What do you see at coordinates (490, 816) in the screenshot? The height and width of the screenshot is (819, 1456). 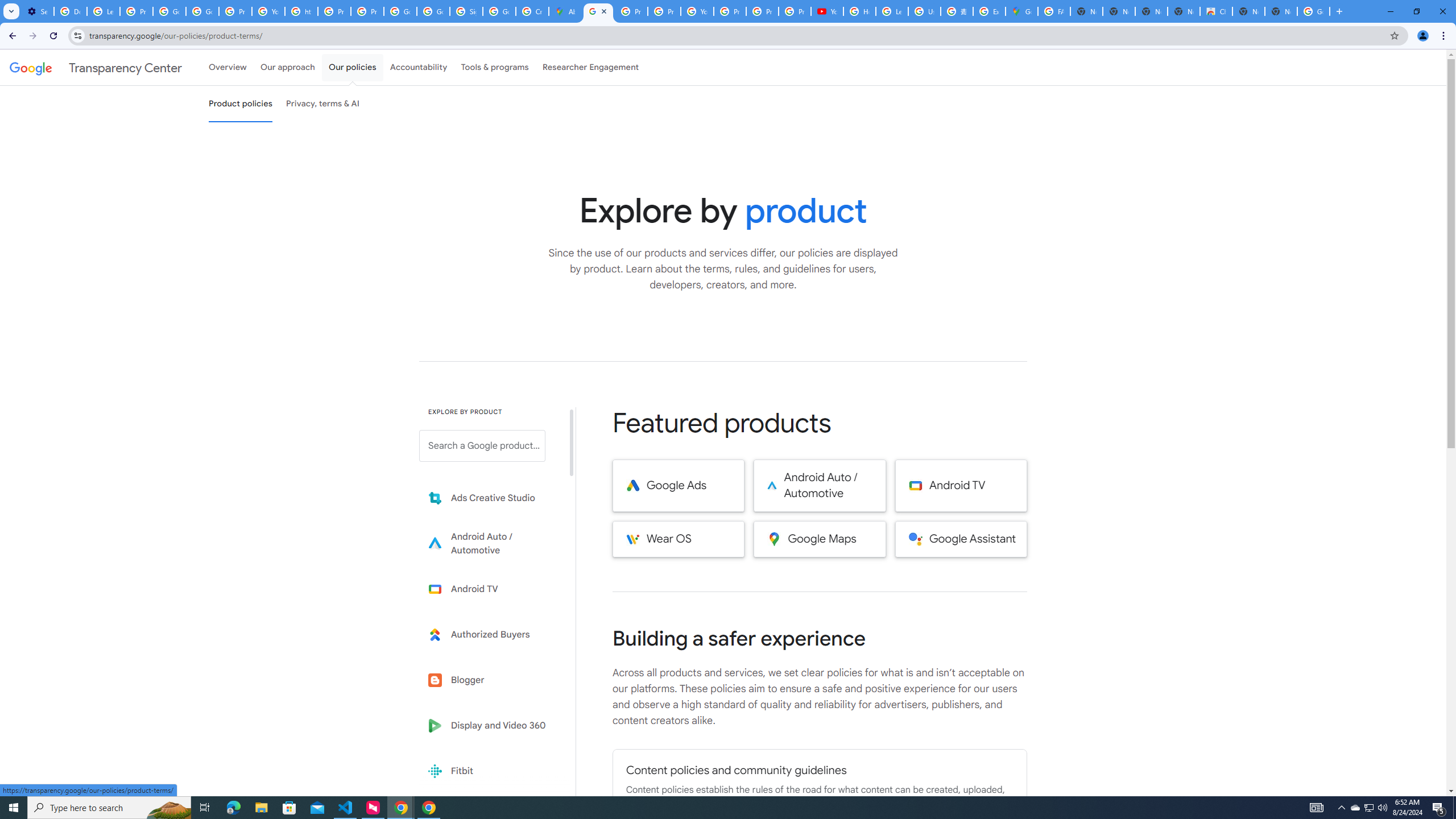 I see `'Kaggle'` at bounding box center [490, 816].